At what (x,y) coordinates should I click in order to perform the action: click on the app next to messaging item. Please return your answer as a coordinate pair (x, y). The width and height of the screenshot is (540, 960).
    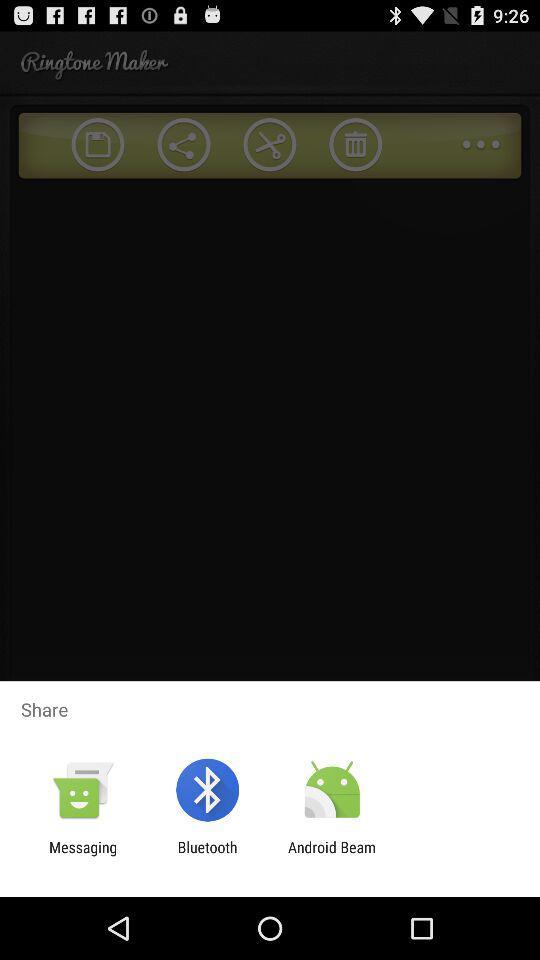
    Looking at the image, I should click on (206, 855).